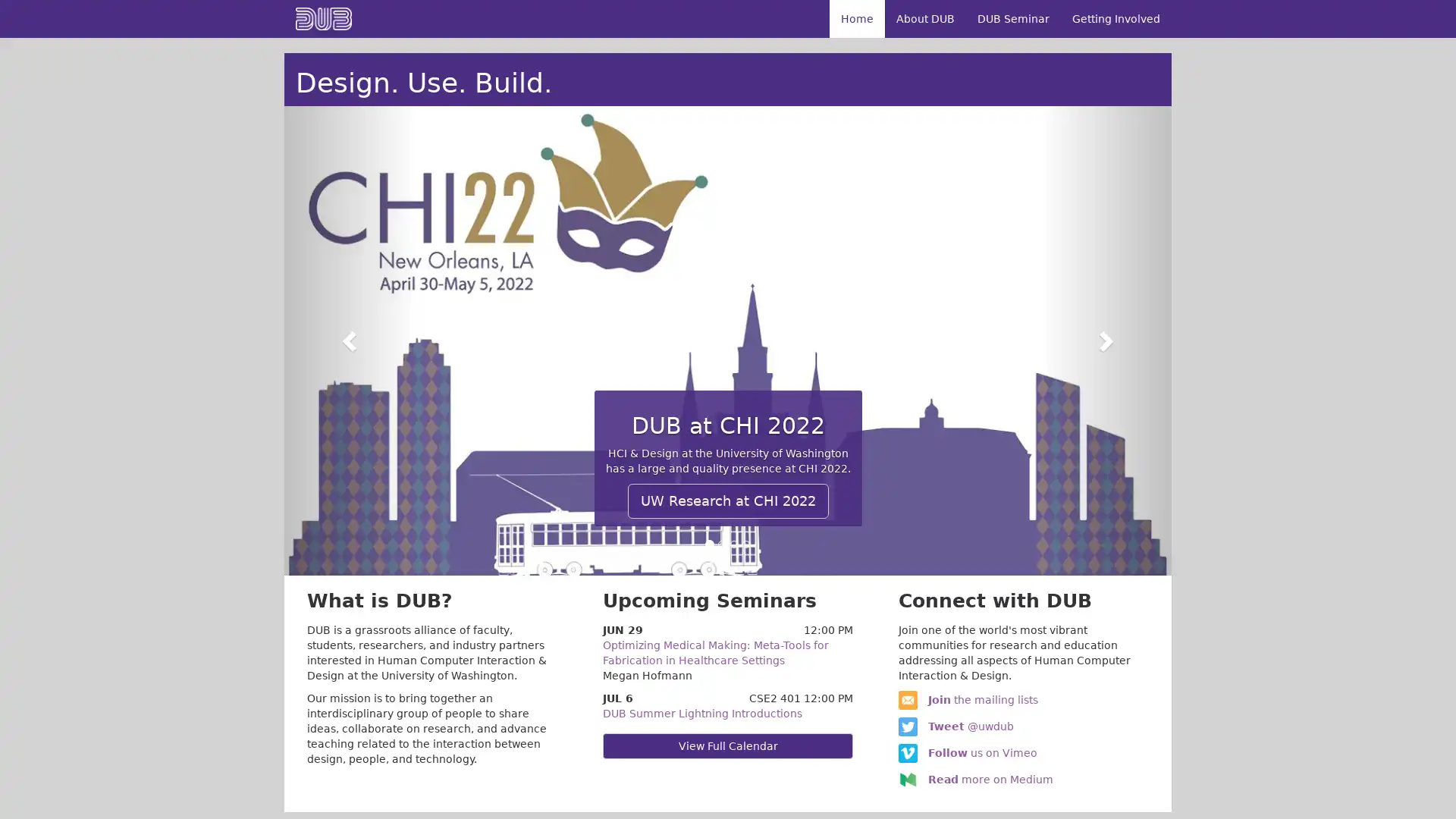 Image resolution: width=1456 pixels, height=819 pixels. Describe the element at coordinates (1105, 339) in the screenshot. I see `Next` at that location.